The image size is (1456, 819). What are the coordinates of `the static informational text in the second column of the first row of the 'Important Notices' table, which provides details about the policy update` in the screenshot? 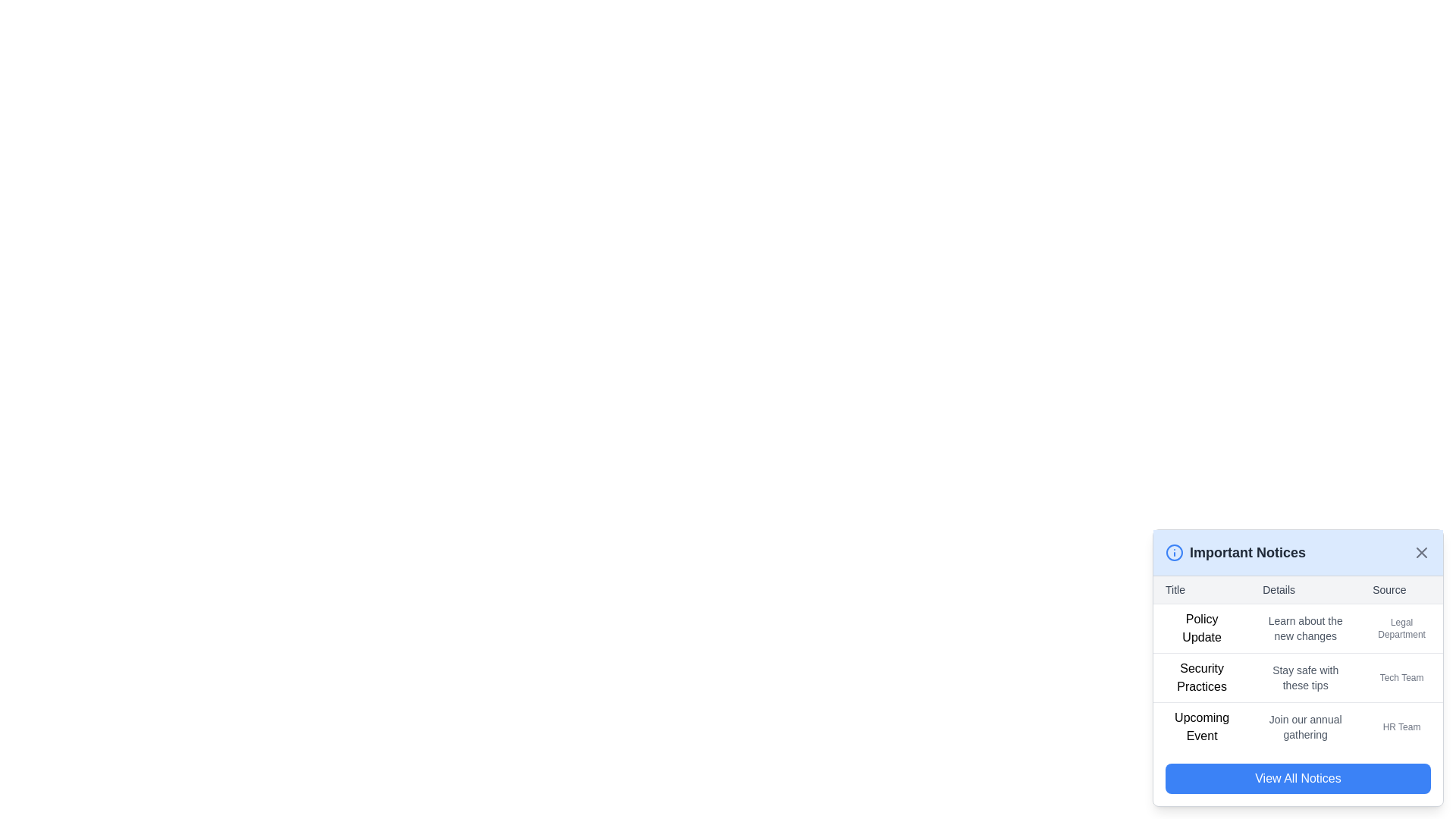 It's located at (1304, 629).